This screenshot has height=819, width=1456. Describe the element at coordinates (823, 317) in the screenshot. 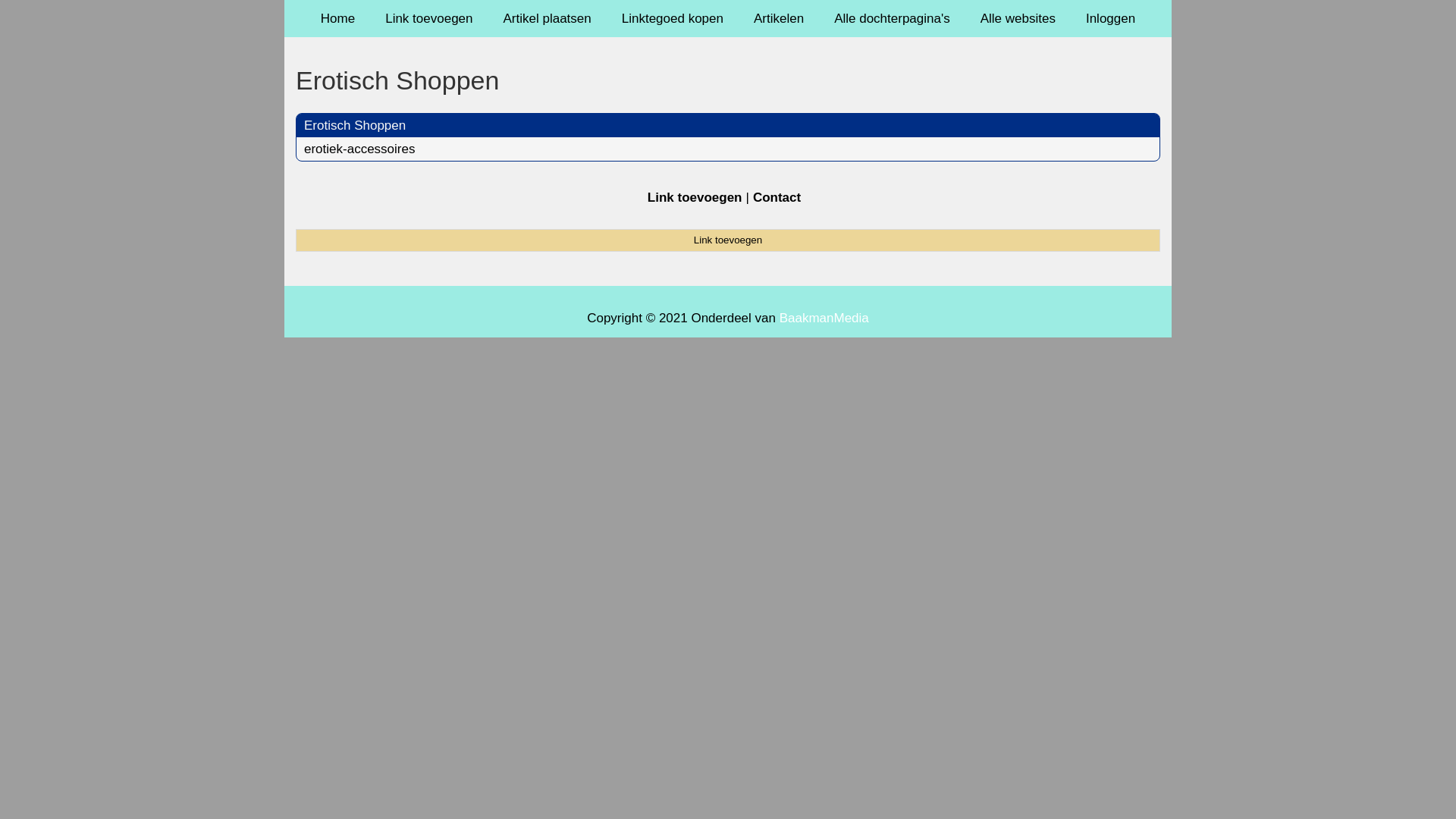

I see `'BaakmanMedia'` at that location.